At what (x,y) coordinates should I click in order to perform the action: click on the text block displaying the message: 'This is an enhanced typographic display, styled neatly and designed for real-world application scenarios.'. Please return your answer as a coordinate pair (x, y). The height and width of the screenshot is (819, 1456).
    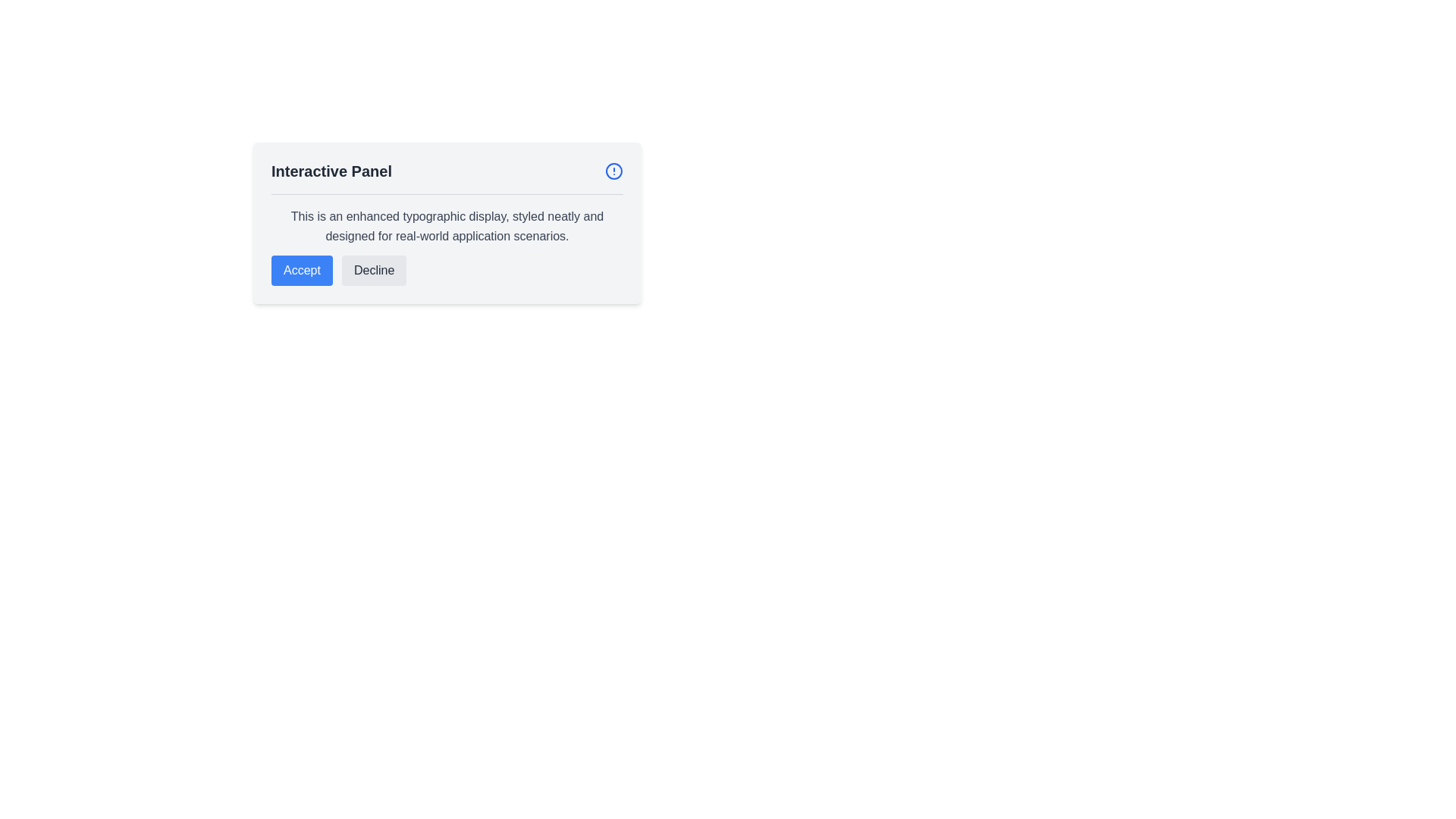
    Looking at the image, I should click on (447, 227).